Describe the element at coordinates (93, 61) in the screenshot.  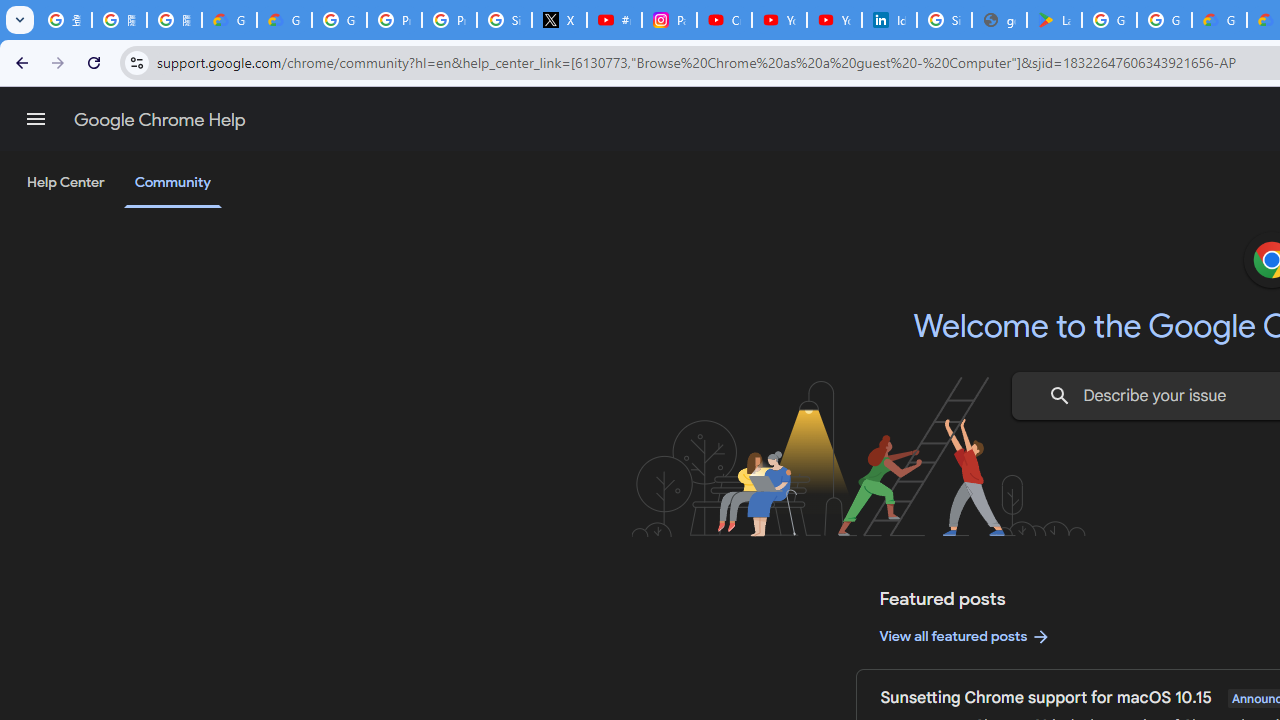
I see `'Reload'` at that location.